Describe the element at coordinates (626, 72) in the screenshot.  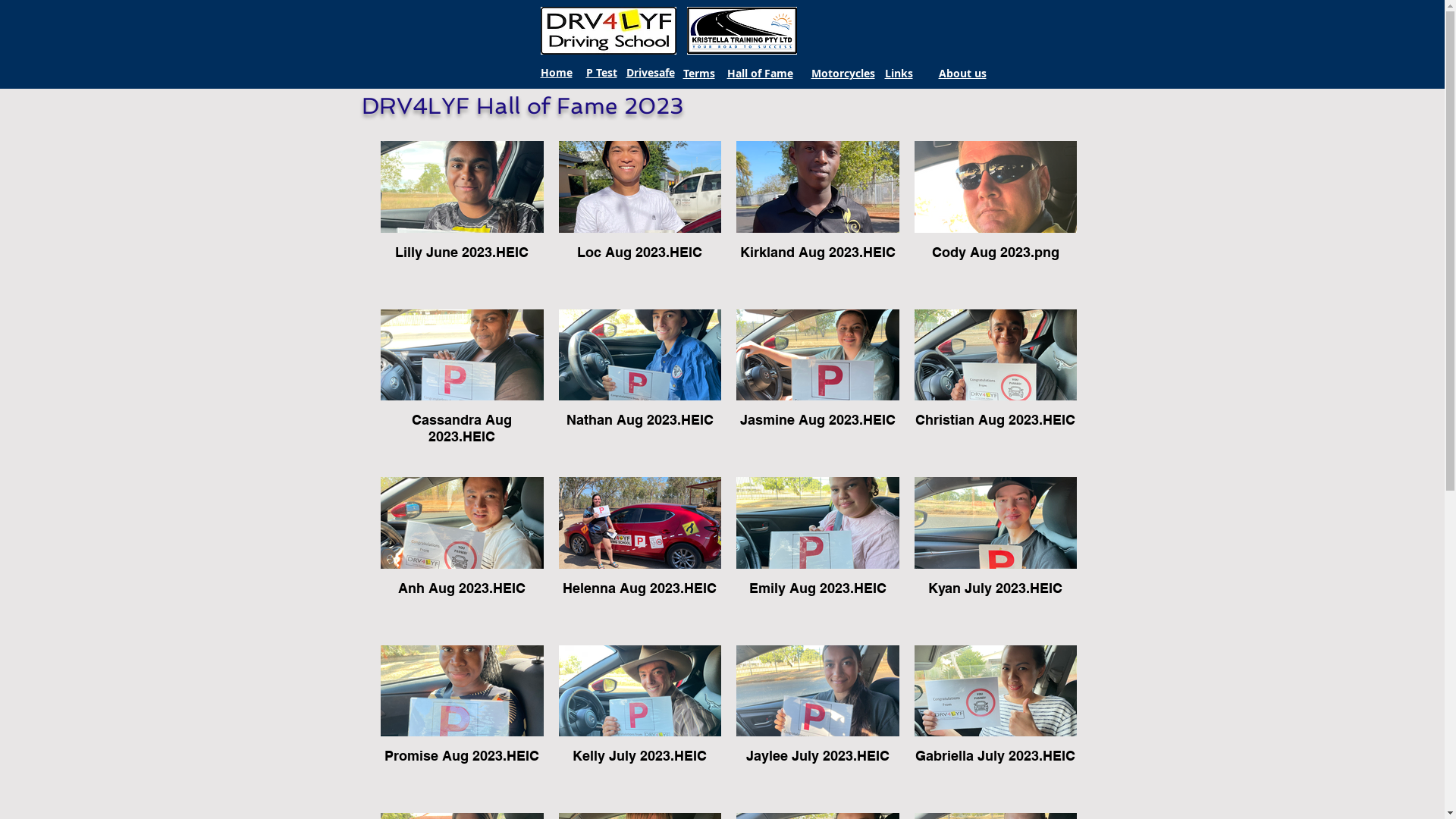
I see `'Drivesafe'` at that location.